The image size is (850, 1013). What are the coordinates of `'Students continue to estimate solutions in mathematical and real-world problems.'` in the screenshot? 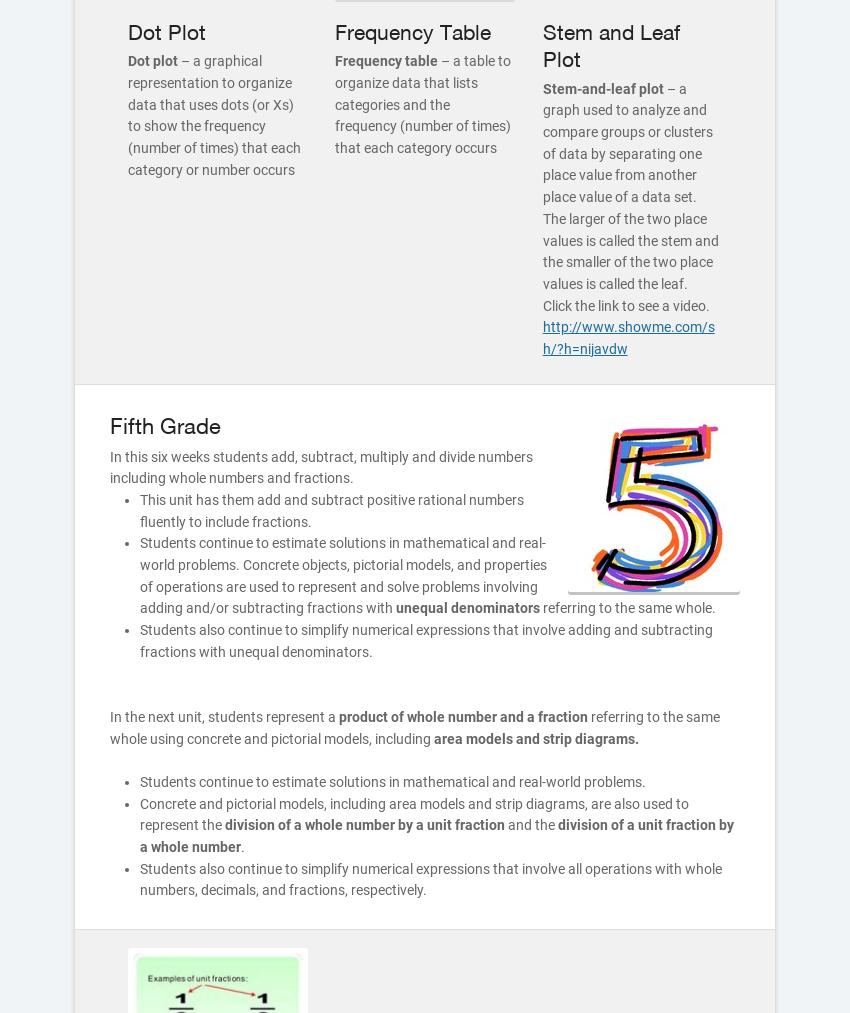 It's located at (393, 781).